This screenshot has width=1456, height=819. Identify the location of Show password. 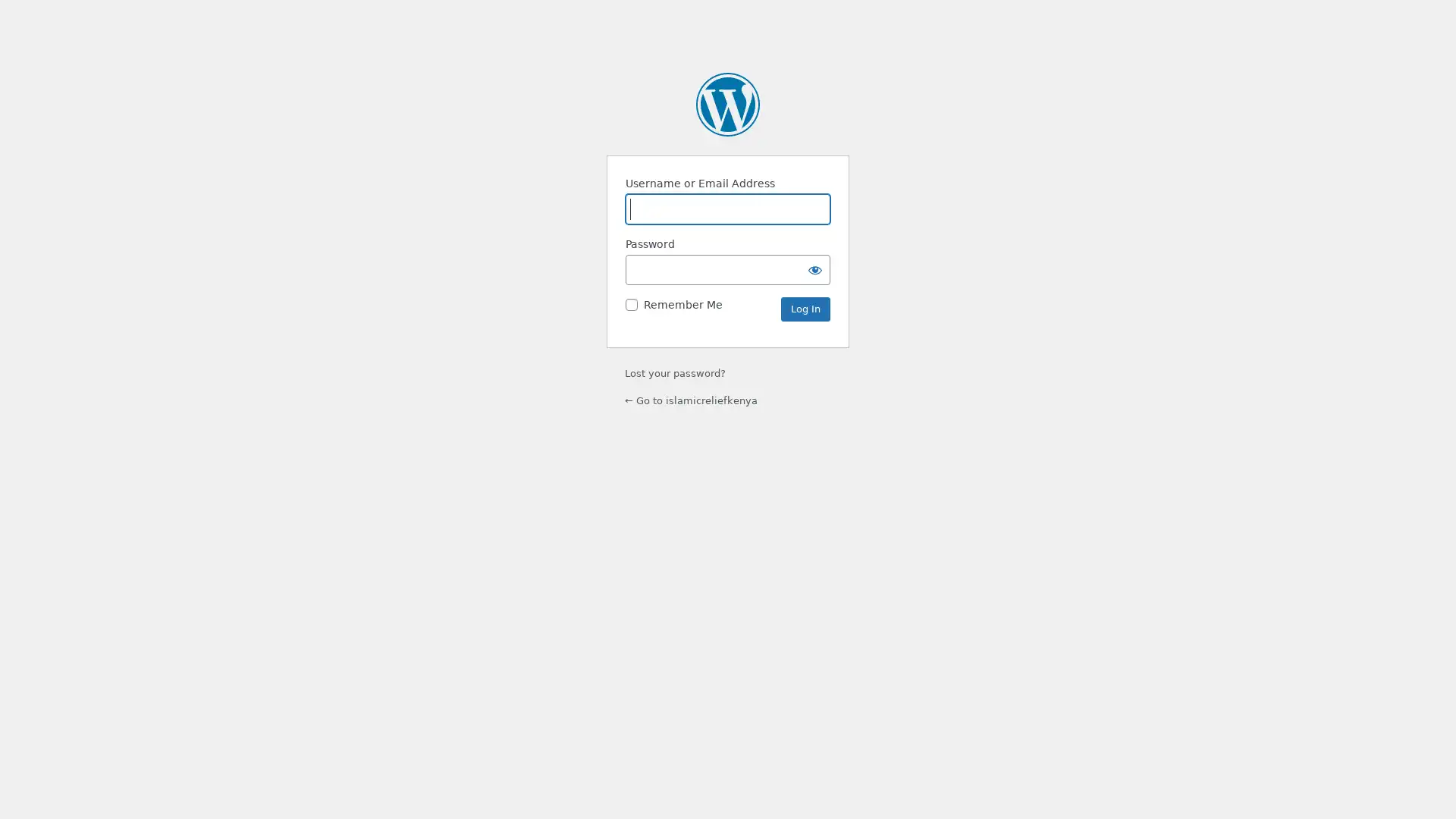
(814, 268).